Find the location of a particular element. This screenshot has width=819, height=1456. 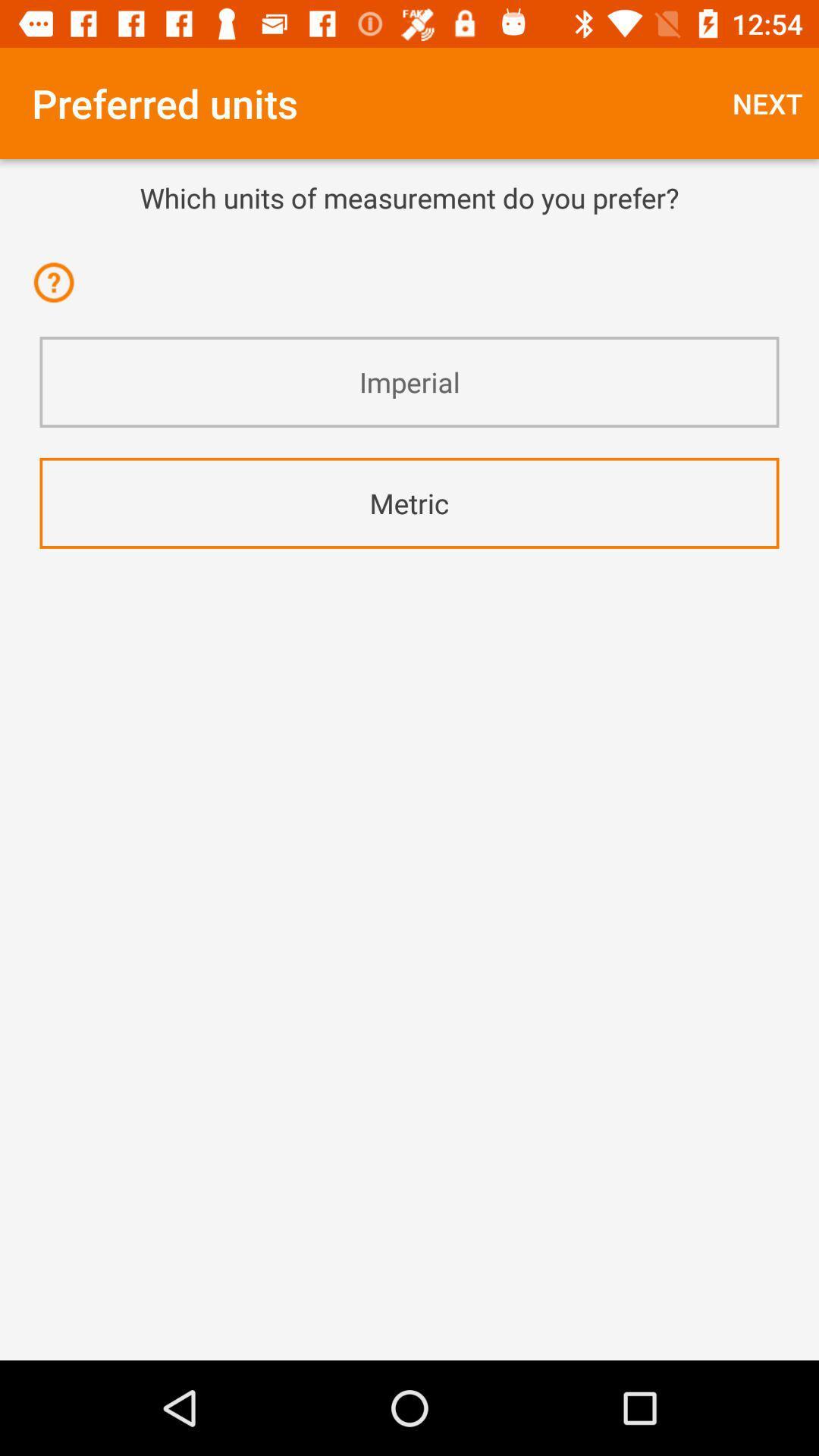

icon above the imperial item is located at coordinates (58, 292).